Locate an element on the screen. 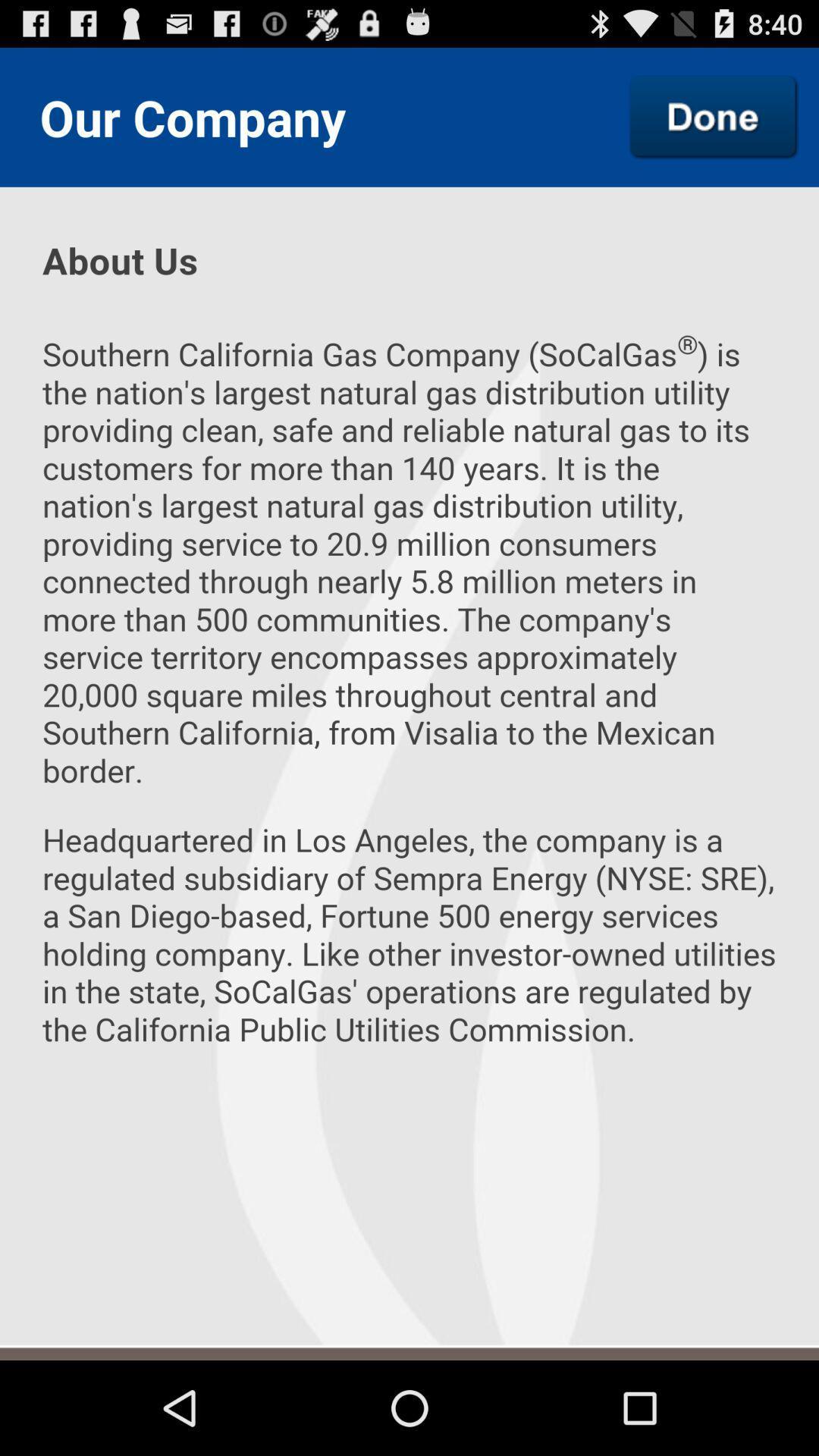  exit page is located at coordinates (714, 116).